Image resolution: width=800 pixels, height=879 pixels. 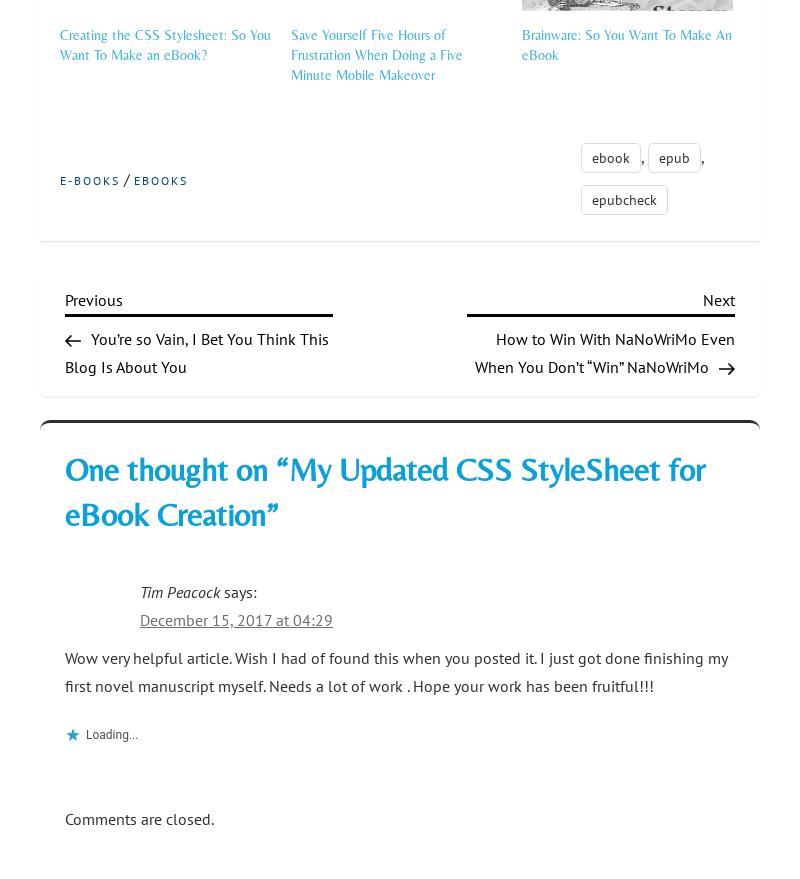 I want to click on 'ebook', so click(x=610, y=157).